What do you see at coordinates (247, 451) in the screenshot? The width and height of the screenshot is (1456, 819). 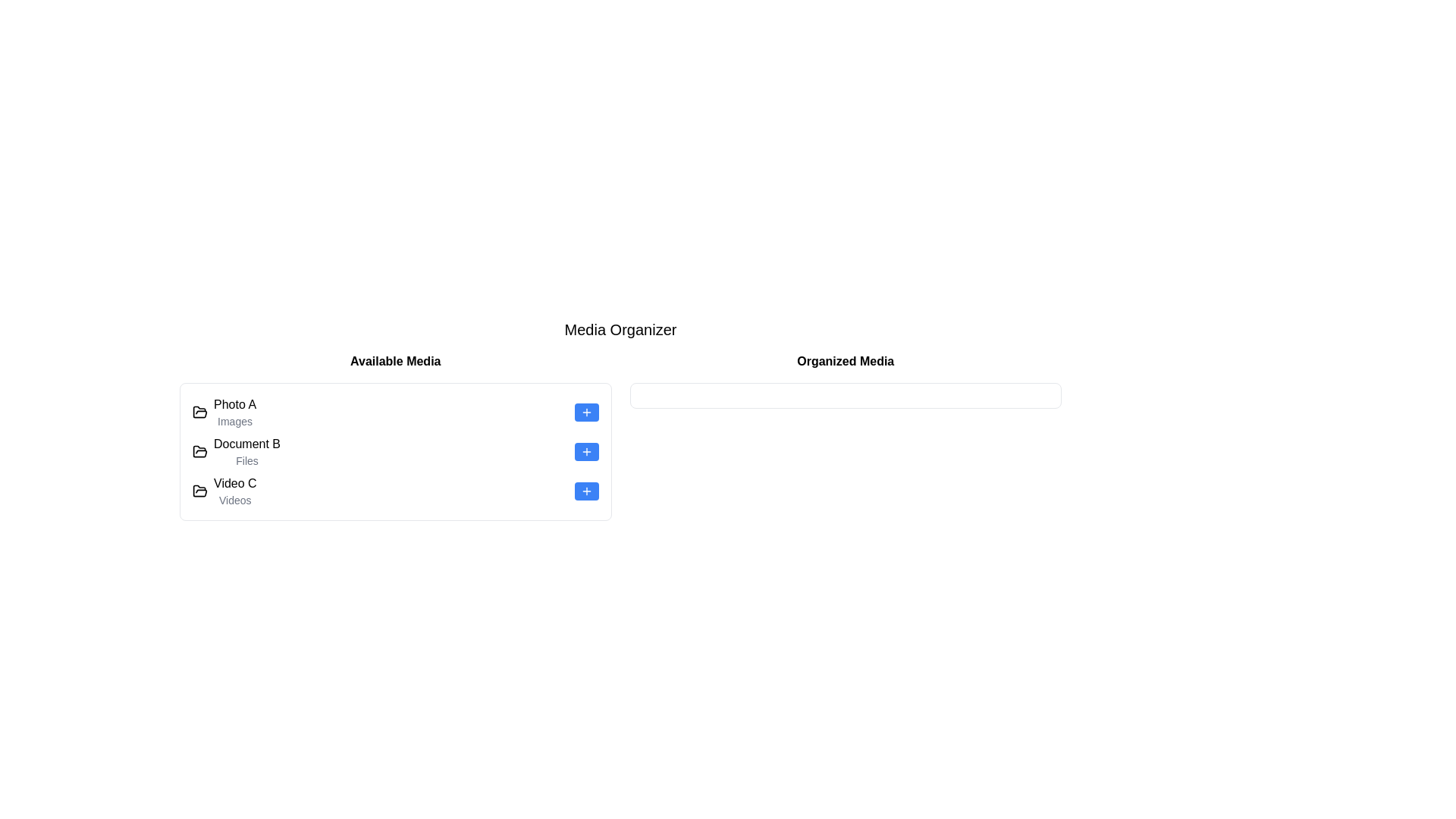 I see `the 'Document B' label with the accompanying folder icon from the second entry in the vertical list under 'Available Media'` at bounding box center [247, 451].